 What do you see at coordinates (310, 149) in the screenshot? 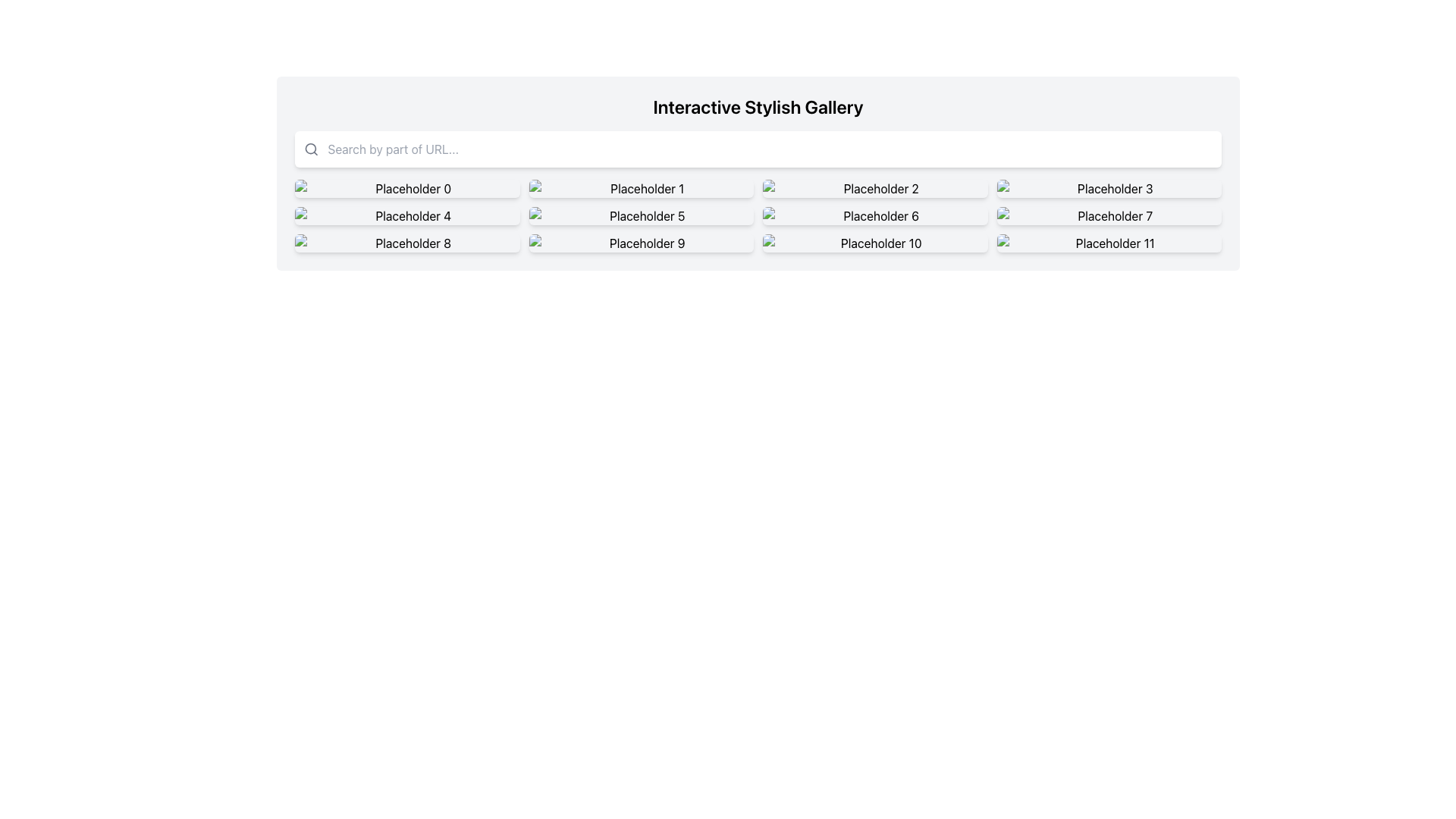
I see `the search icon, which is a minimalistic magnifying glass styled with a thin stroke and neutral color, located to the left of the text input field labeled 'Search by part of URL...'` at bounding box center [310, 149].